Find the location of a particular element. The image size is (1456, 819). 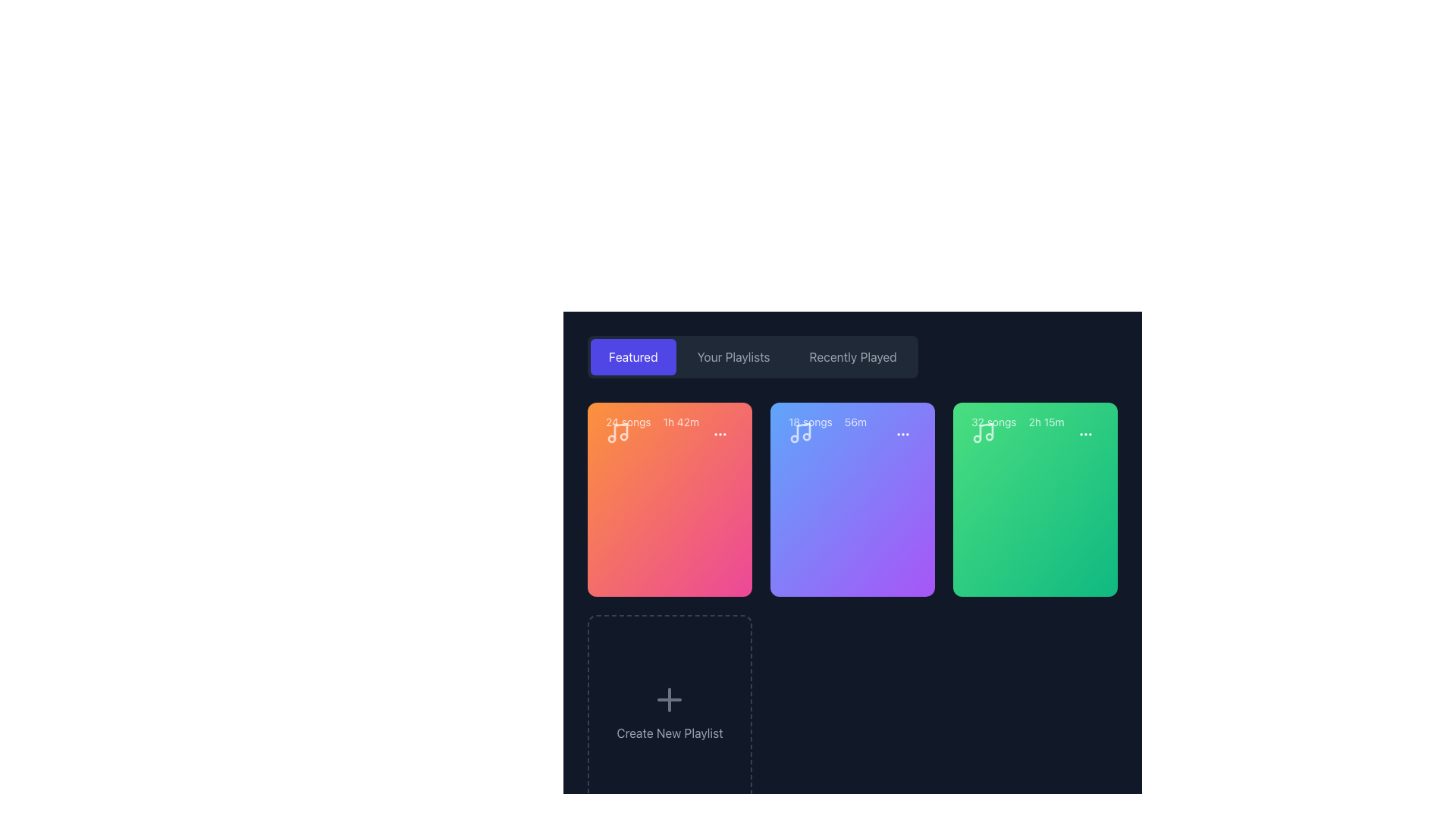

the text label displaying '1h 42m' located at the bottom of the first playlist card, which is aligned horizontally next to the '24 songs' label is located at coordinates (680, 422).